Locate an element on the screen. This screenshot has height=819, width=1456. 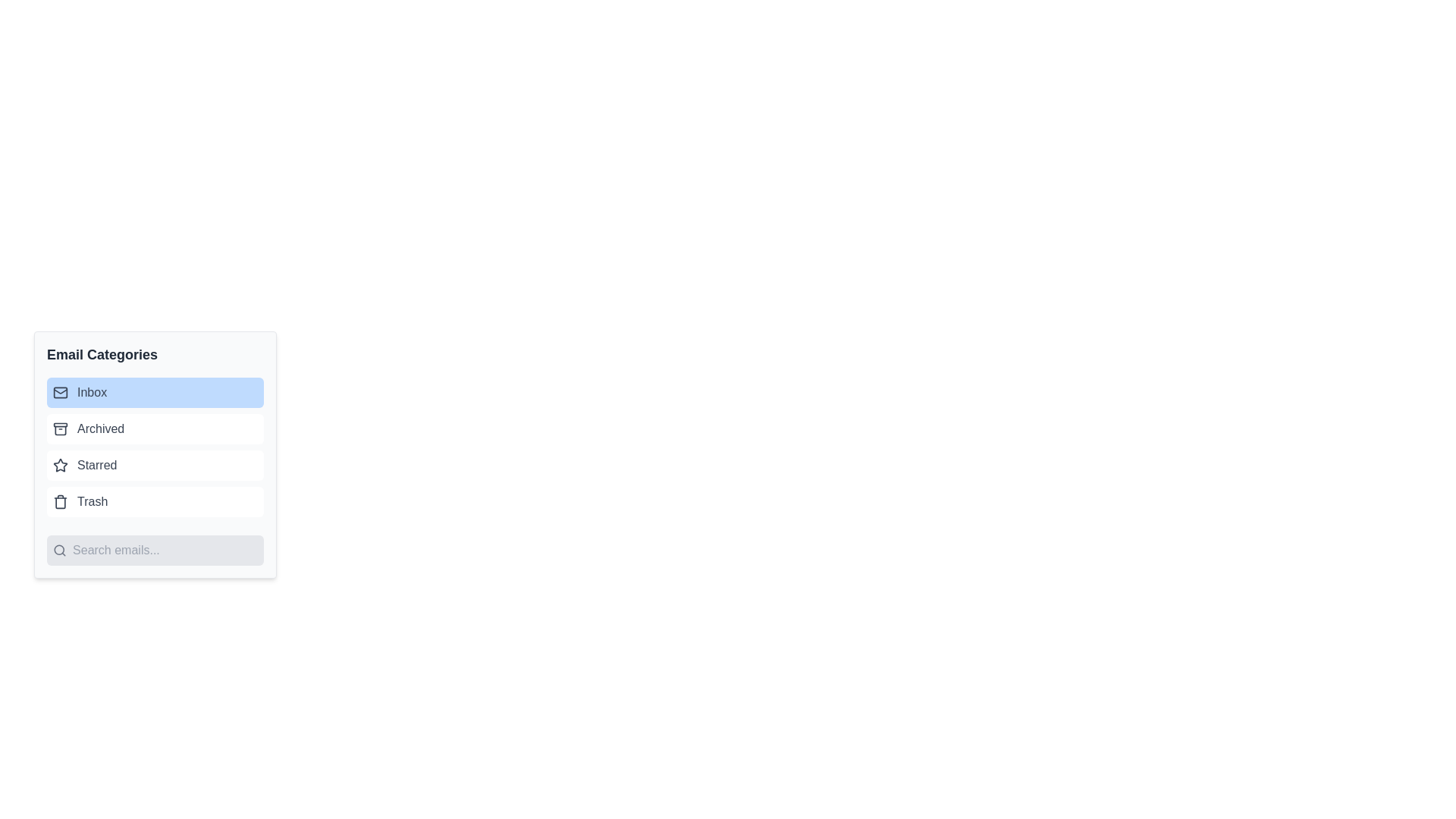
the button corresponding to the category Inbox is located at coordinates (155, 391).